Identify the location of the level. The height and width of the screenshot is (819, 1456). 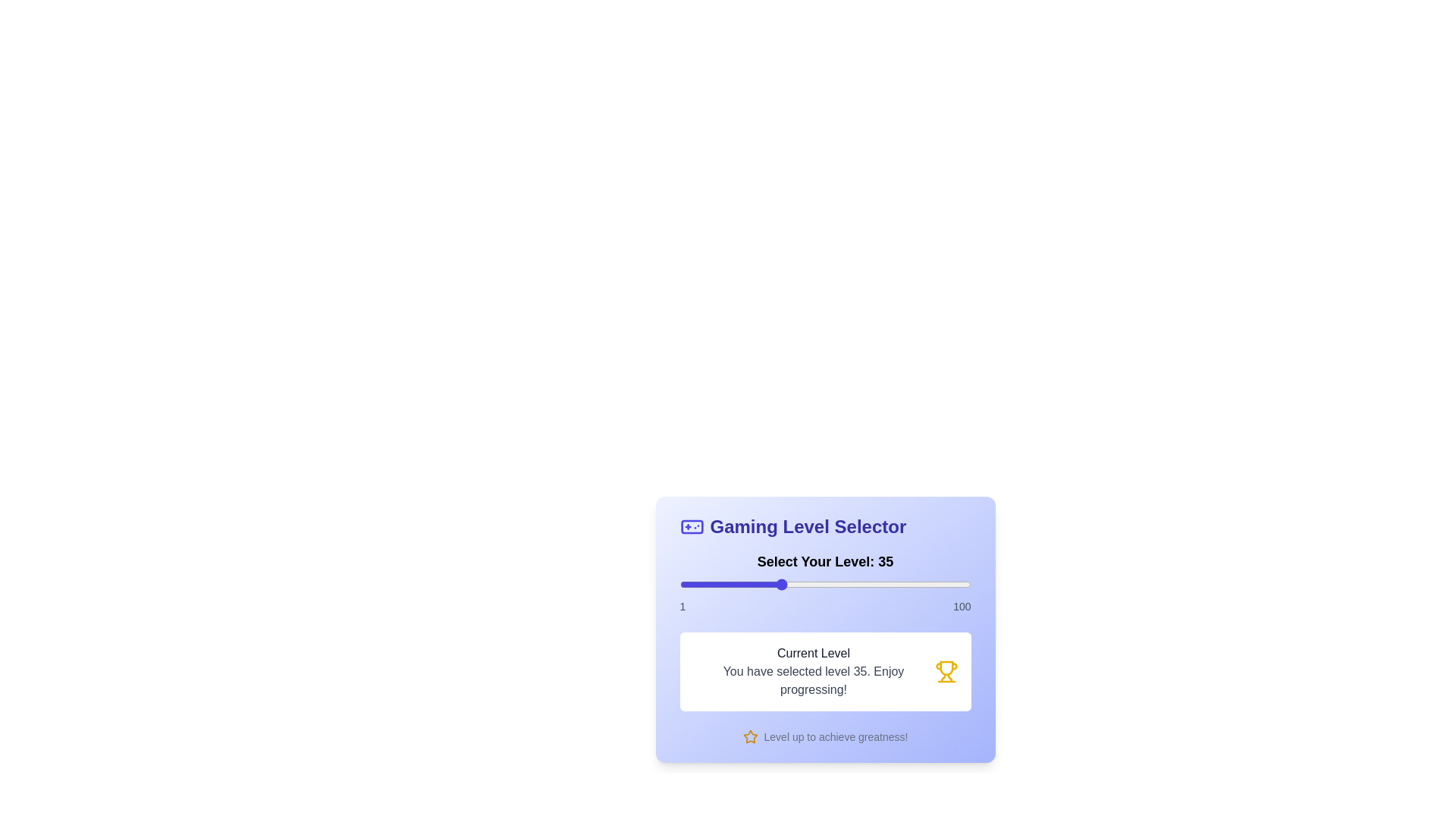
(733, 584).